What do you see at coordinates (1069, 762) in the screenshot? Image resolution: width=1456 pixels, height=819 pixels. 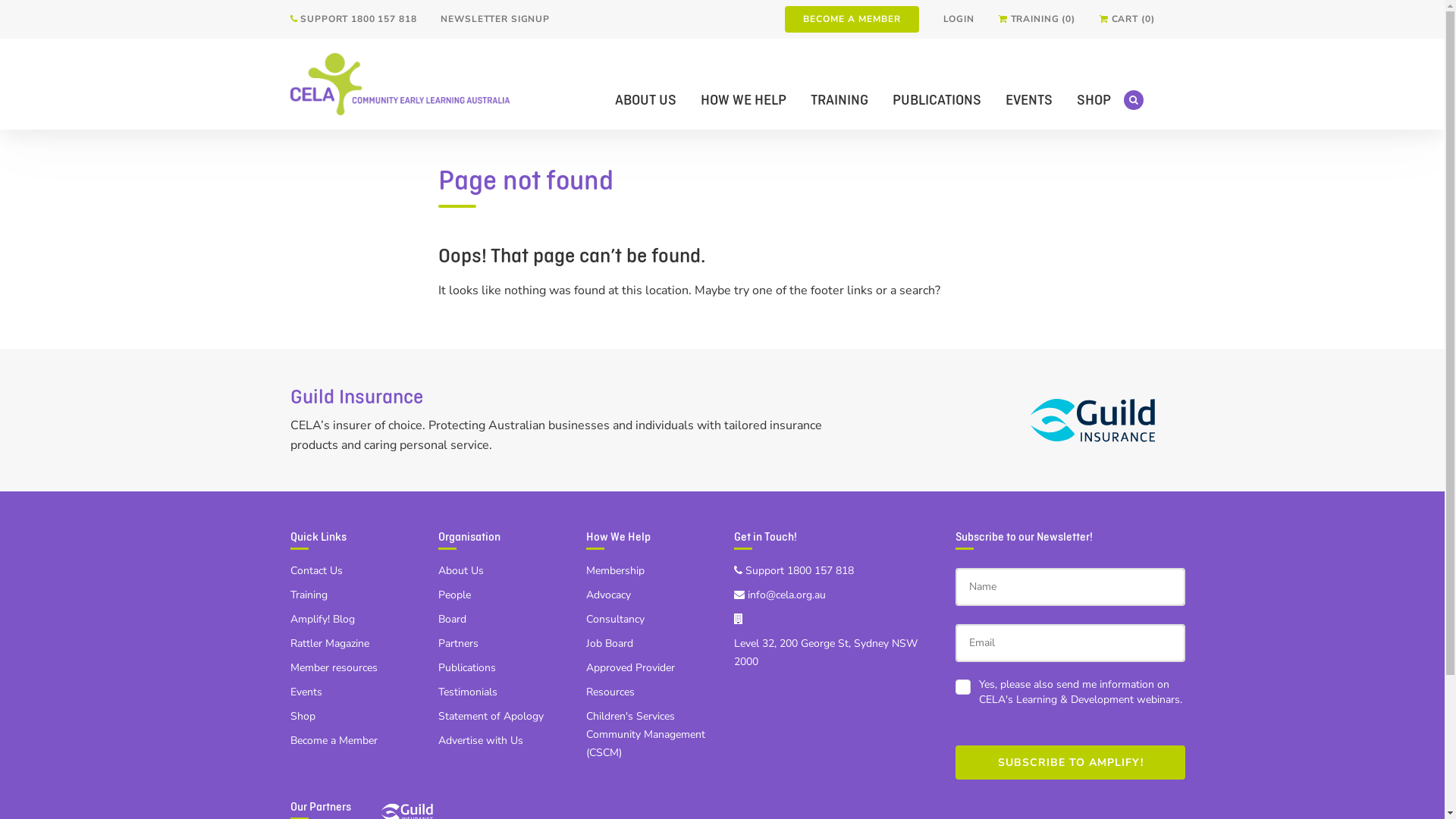 I see `'Subscribe to Amplify!'` at bounding box center [1069, 762].